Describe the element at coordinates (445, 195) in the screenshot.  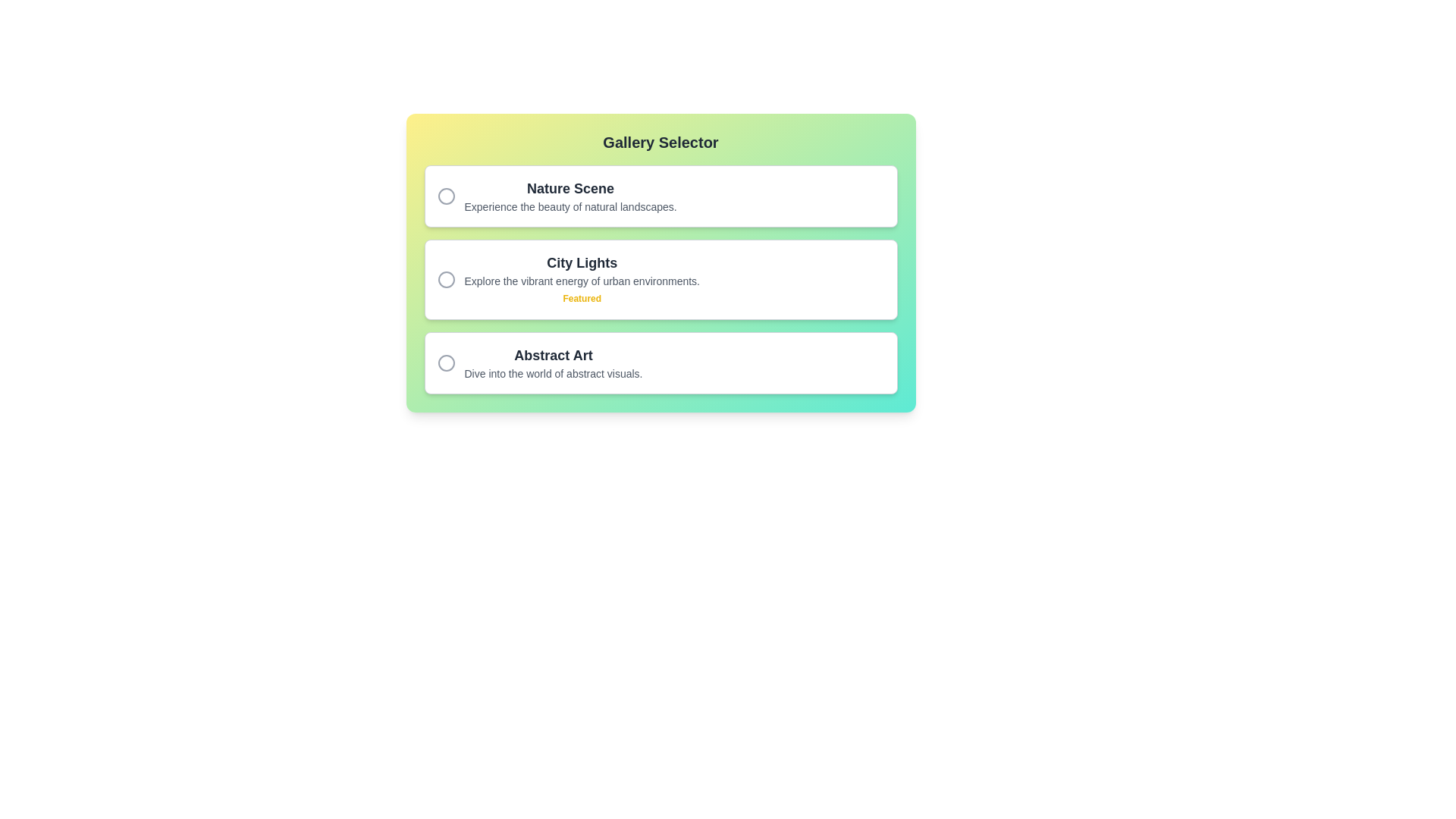
I see `the circular radio button with a gray border located beside the 'Nature Scene' label in the 'Gallery Selector' panel` at that location.